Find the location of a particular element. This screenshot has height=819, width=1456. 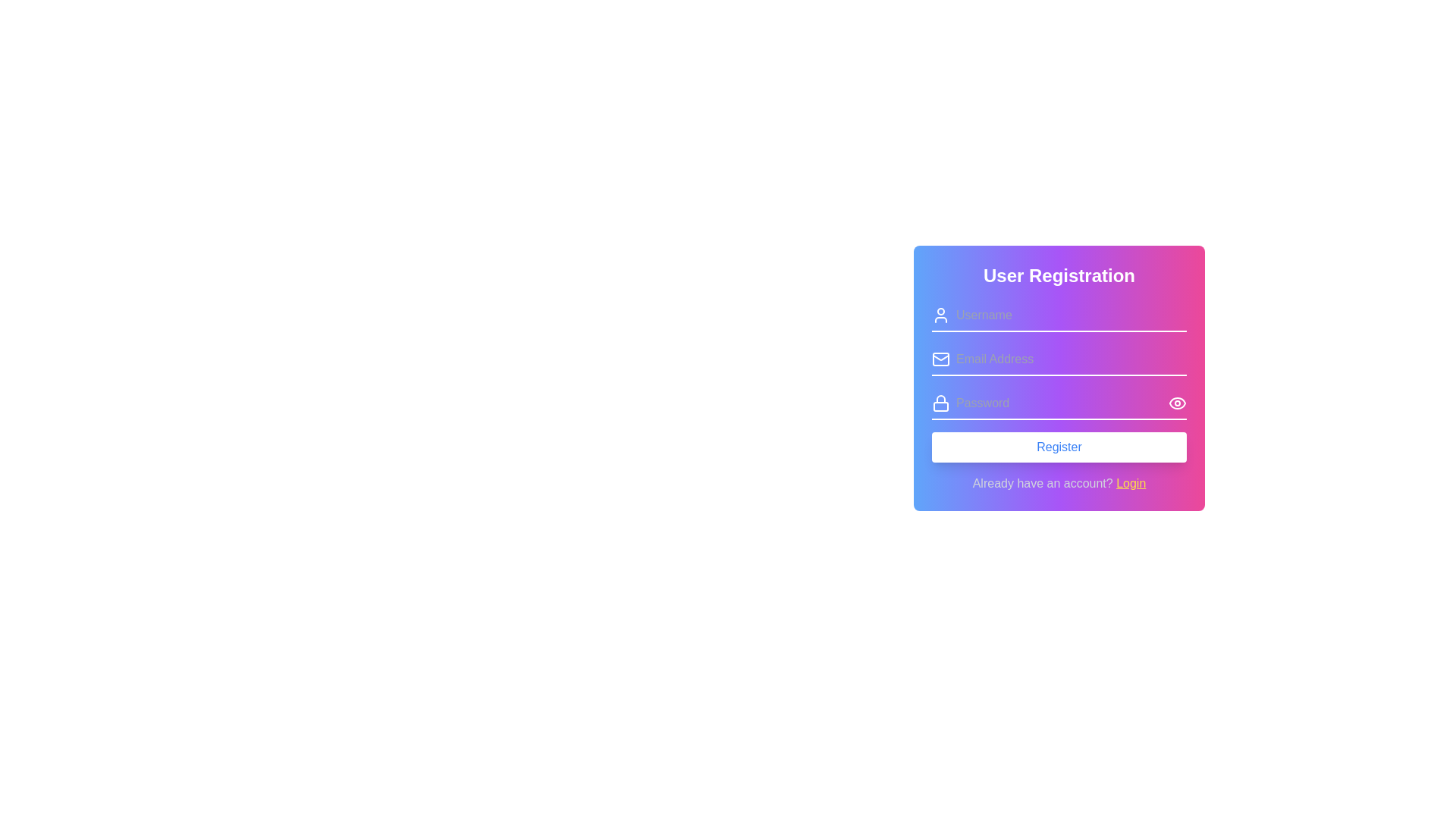

the blue envelope icon with a post-modern style, used to signify email or messaging functionality, located to the left of the email address input field in the user registration form is located at coordinates (940, 359).